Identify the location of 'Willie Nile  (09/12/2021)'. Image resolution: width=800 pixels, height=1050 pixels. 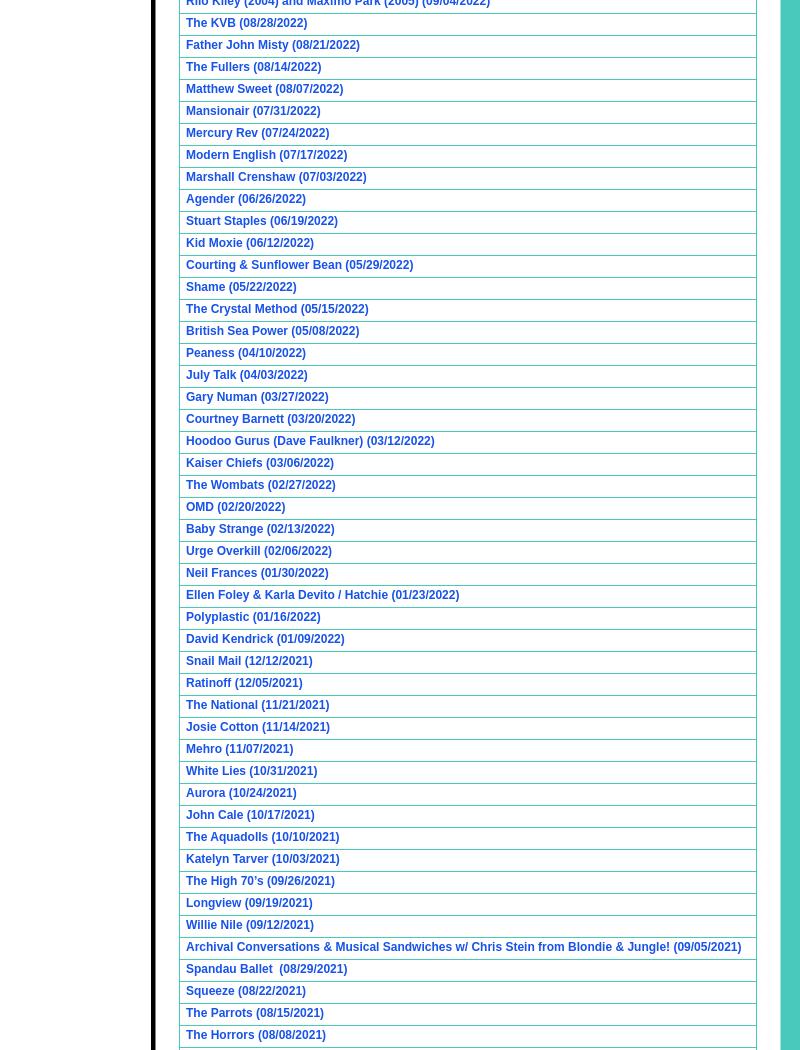
(248, 925).